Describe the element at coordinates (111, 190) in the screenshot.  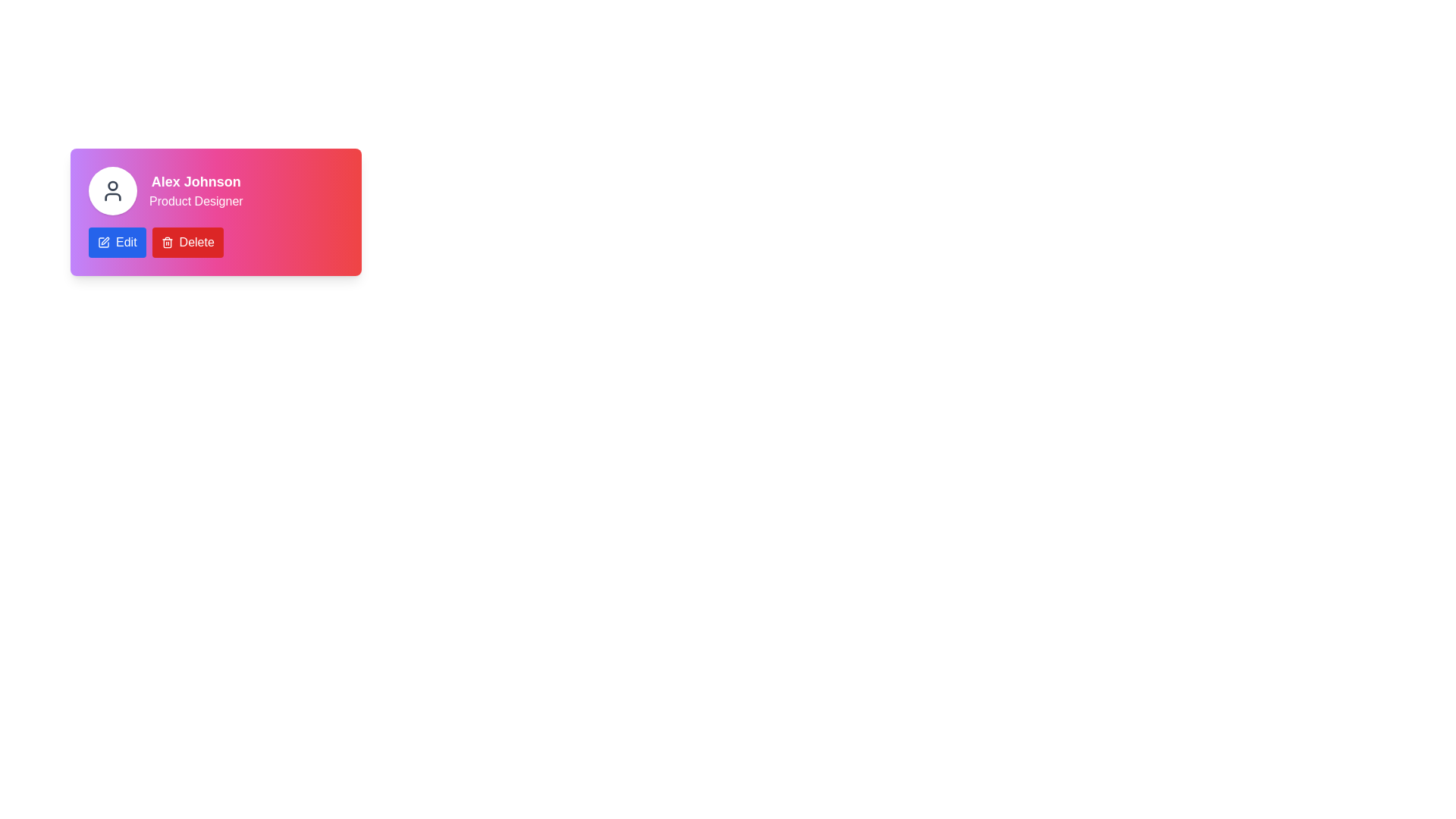
I see `the user profile icon, which is a circular icon with a dark gray outline located at the top-left of the card containing user 'Alex Johnson' details, for potential interactions` at that location.